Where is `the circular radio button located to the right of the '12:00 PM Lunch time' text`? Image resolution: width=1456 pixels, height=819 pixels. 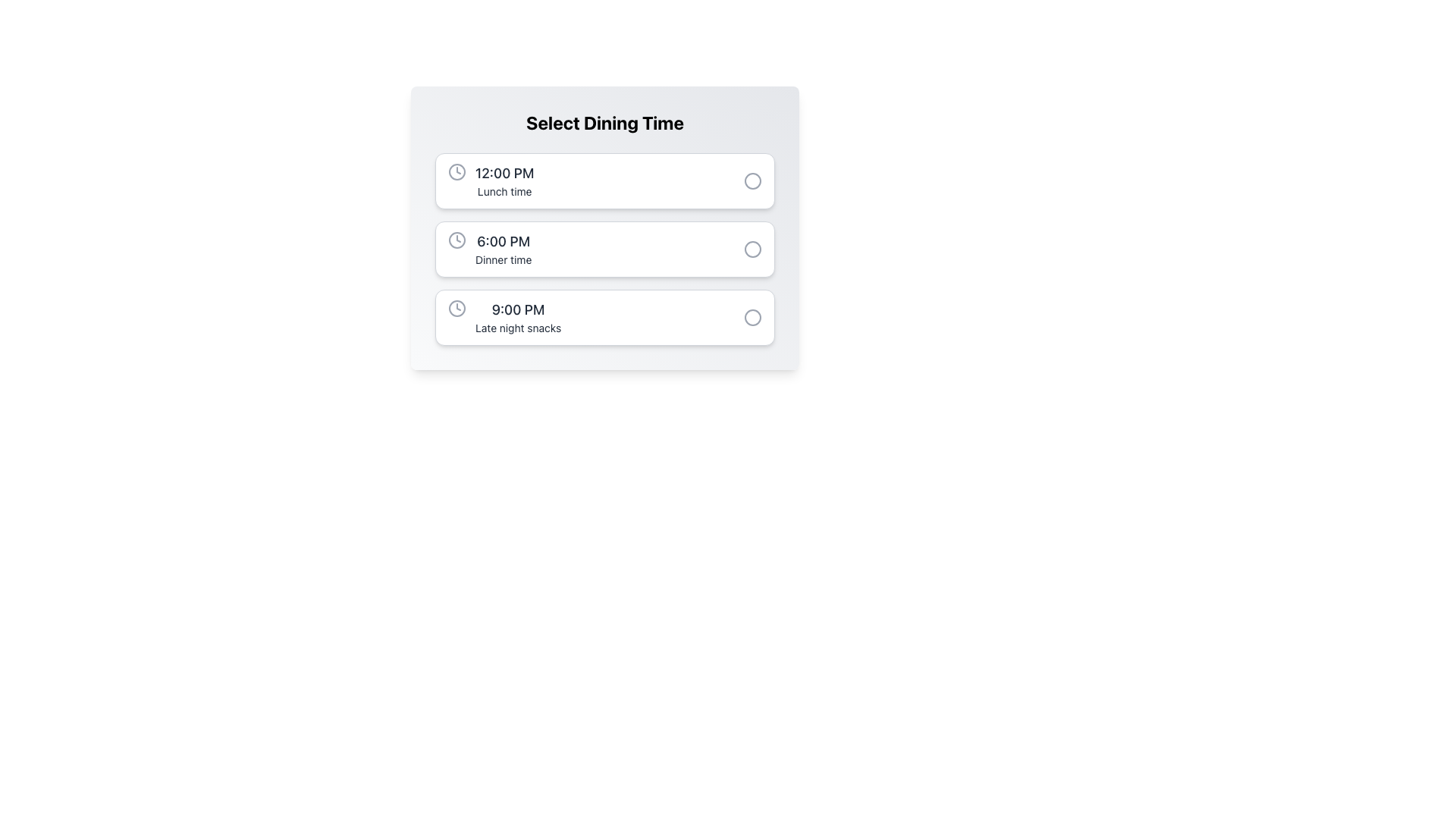
the circular radio button located to the right of the '12:00 PM Lunch time' text is located at coordinates (753, 180).